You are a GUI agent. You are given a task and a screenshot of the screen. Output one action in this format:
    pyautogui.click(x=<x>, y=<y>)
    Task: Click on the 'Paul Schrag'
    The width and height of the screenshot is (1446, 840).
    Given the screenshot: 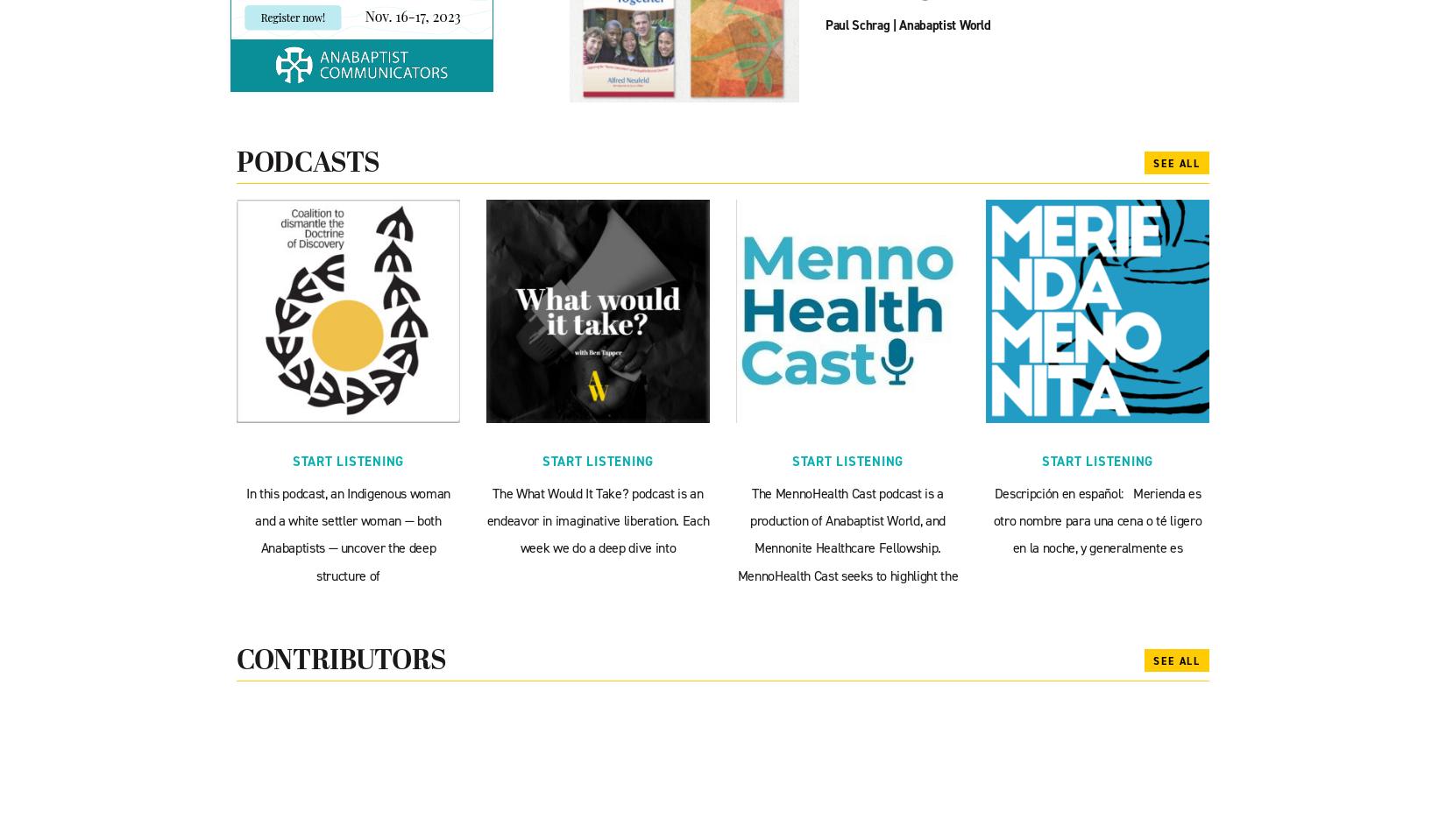 What is the action you would take?
    pyautogui.click(x=857, y=24)
    